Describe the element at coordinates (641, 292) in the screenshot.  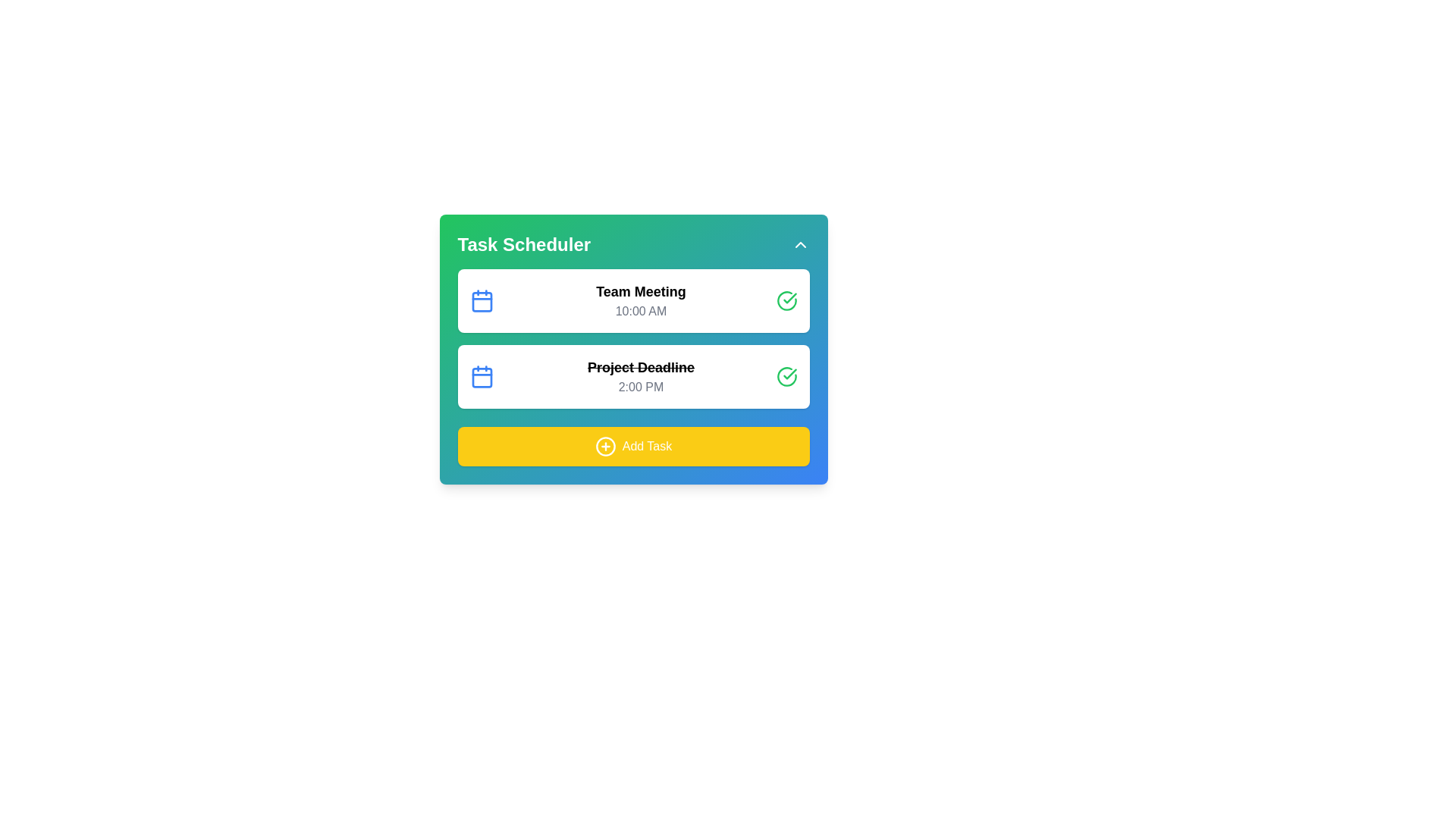
I see `the text label at the top of the task card that indicates the name of the scheduled task or meeting` at that location.